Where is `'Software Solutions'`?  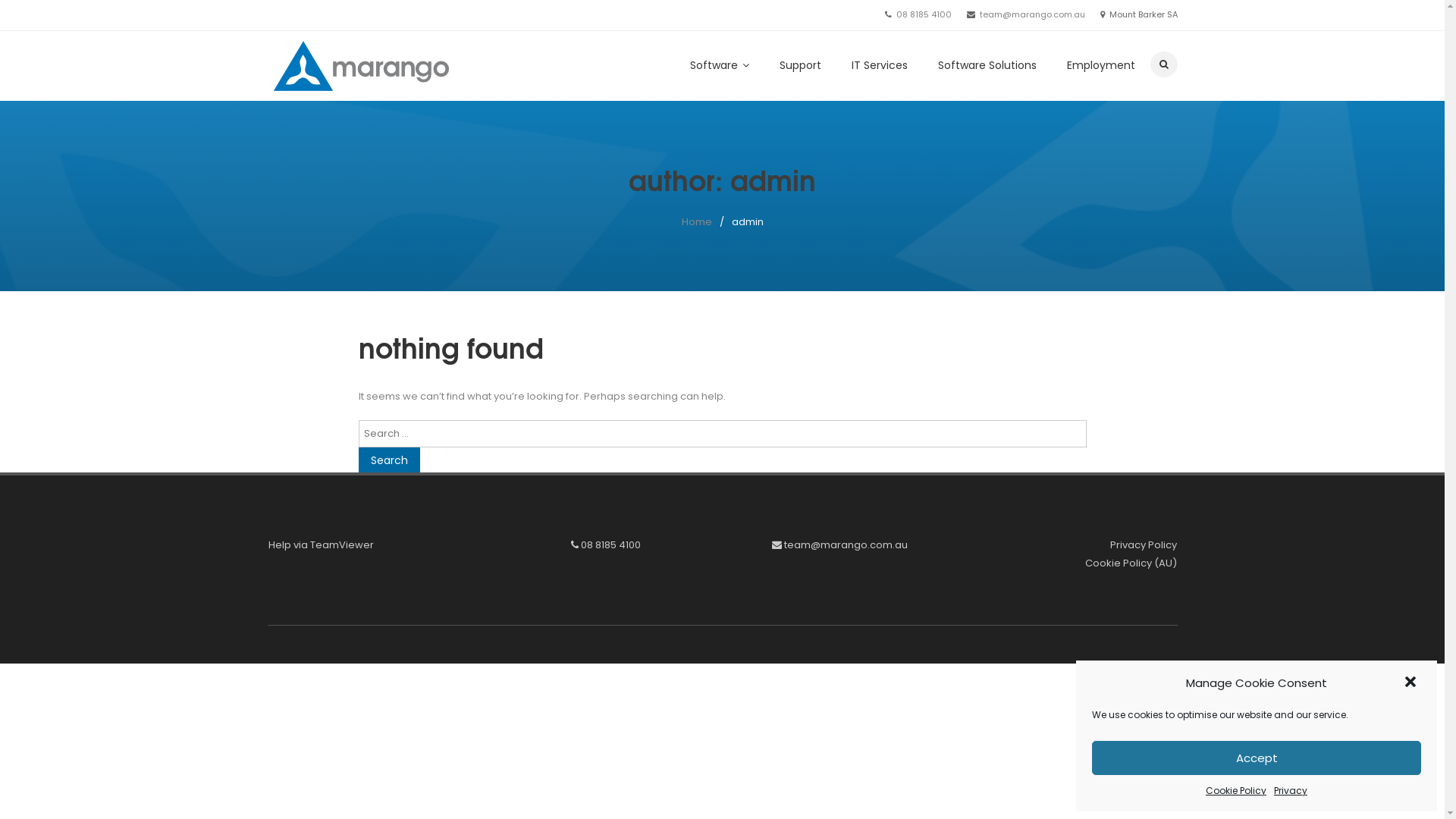
'Software Solutions' is located at coordinates (986, 64).